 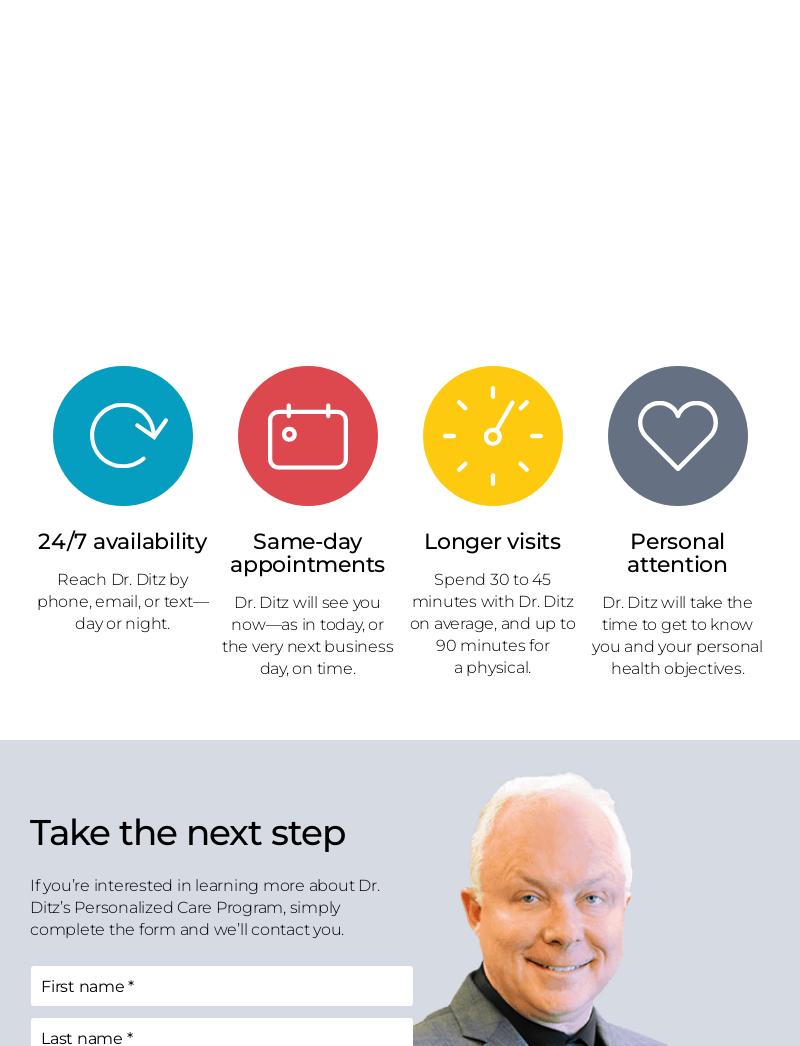 I want to click on 'Reach Dr. Ditz by phone, email, or text—day or night.', so click(x=121, y=600).